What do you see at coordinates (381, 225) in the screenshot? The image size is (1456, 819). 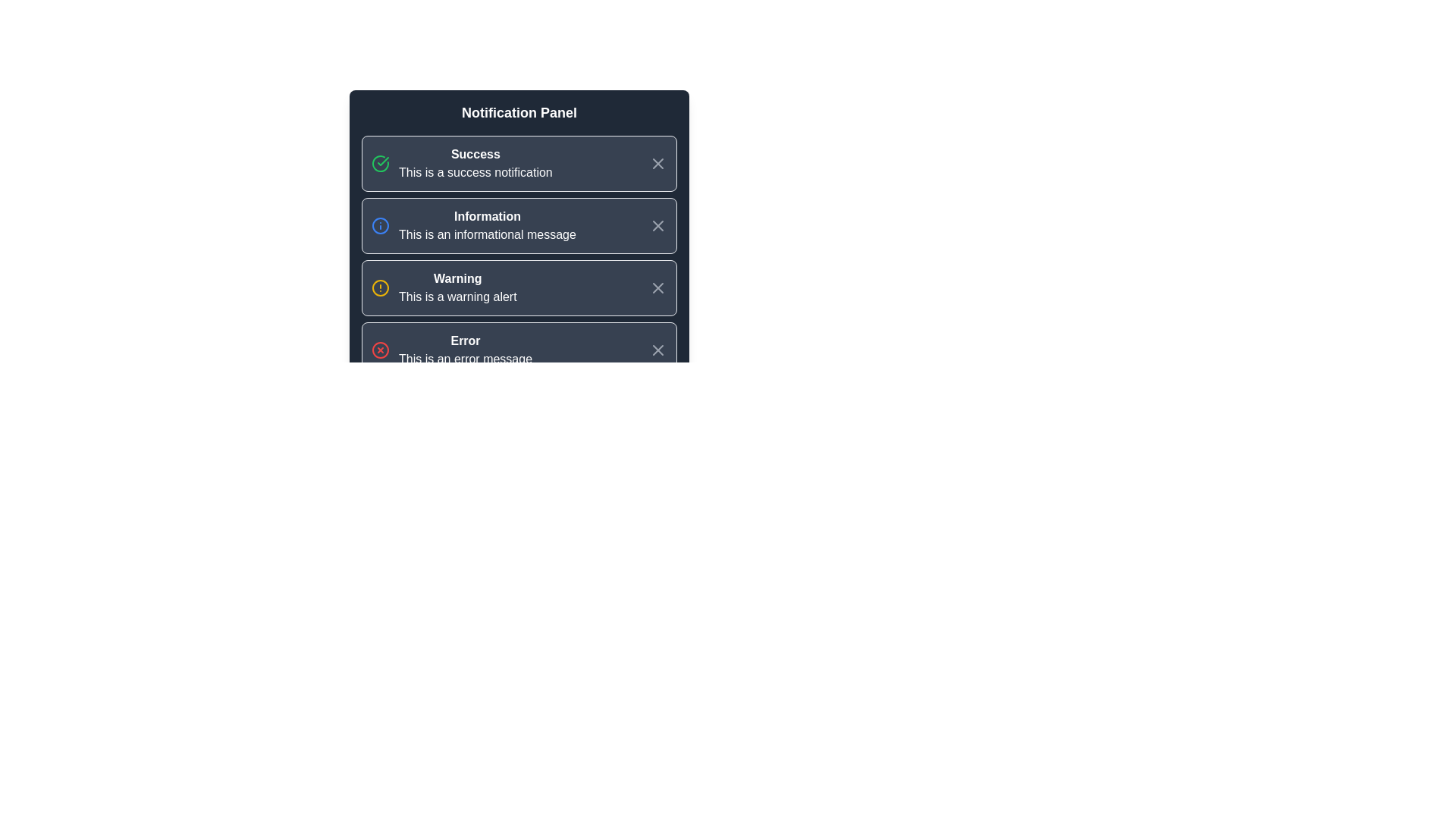 I see `the circular blue icon with a central dot located in the notification panel entry titled 'Information', which is the leftmost component before the text 'This is an informational message'` at bounding box center [381, 225].